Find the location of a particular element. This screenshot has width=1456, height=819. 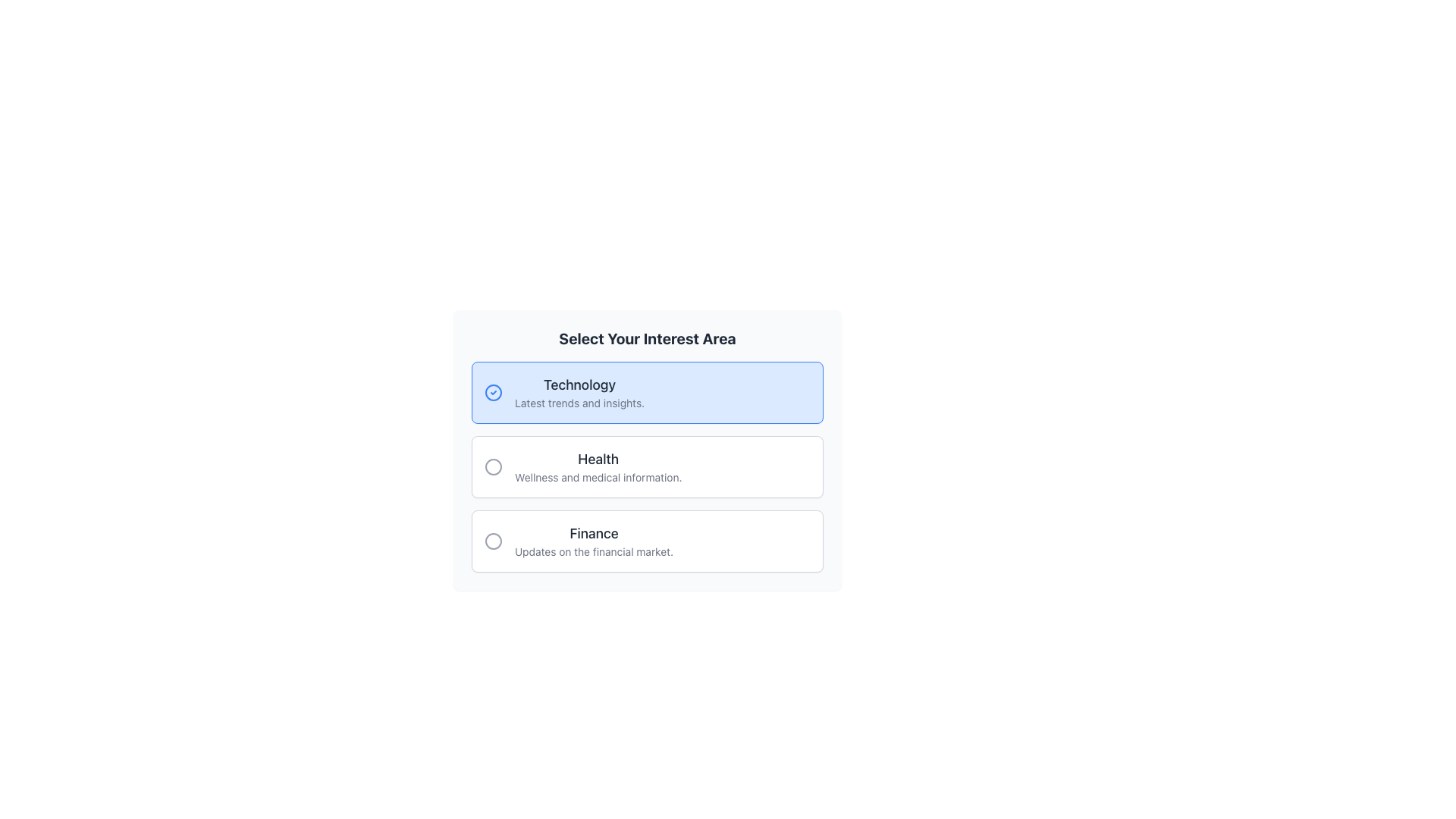

text element displaying 'Latest trends and insights.' which is located directly beneath the 'Technology' heading in the Technology interest section is located at coordinates (579, 403).